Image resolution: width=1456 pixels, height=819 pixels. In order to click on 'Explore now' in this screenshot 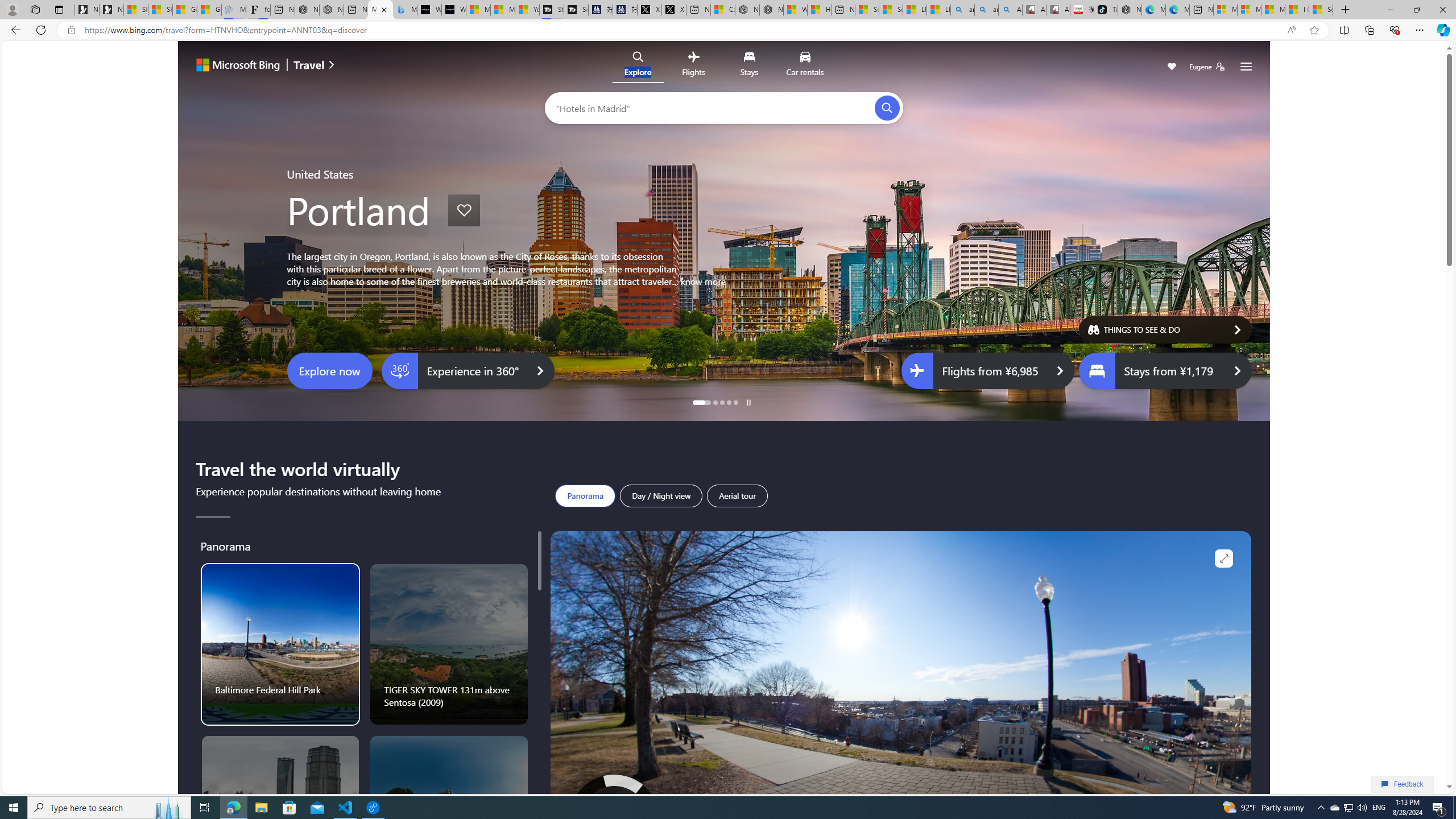, I will do `click(329, 370)`.